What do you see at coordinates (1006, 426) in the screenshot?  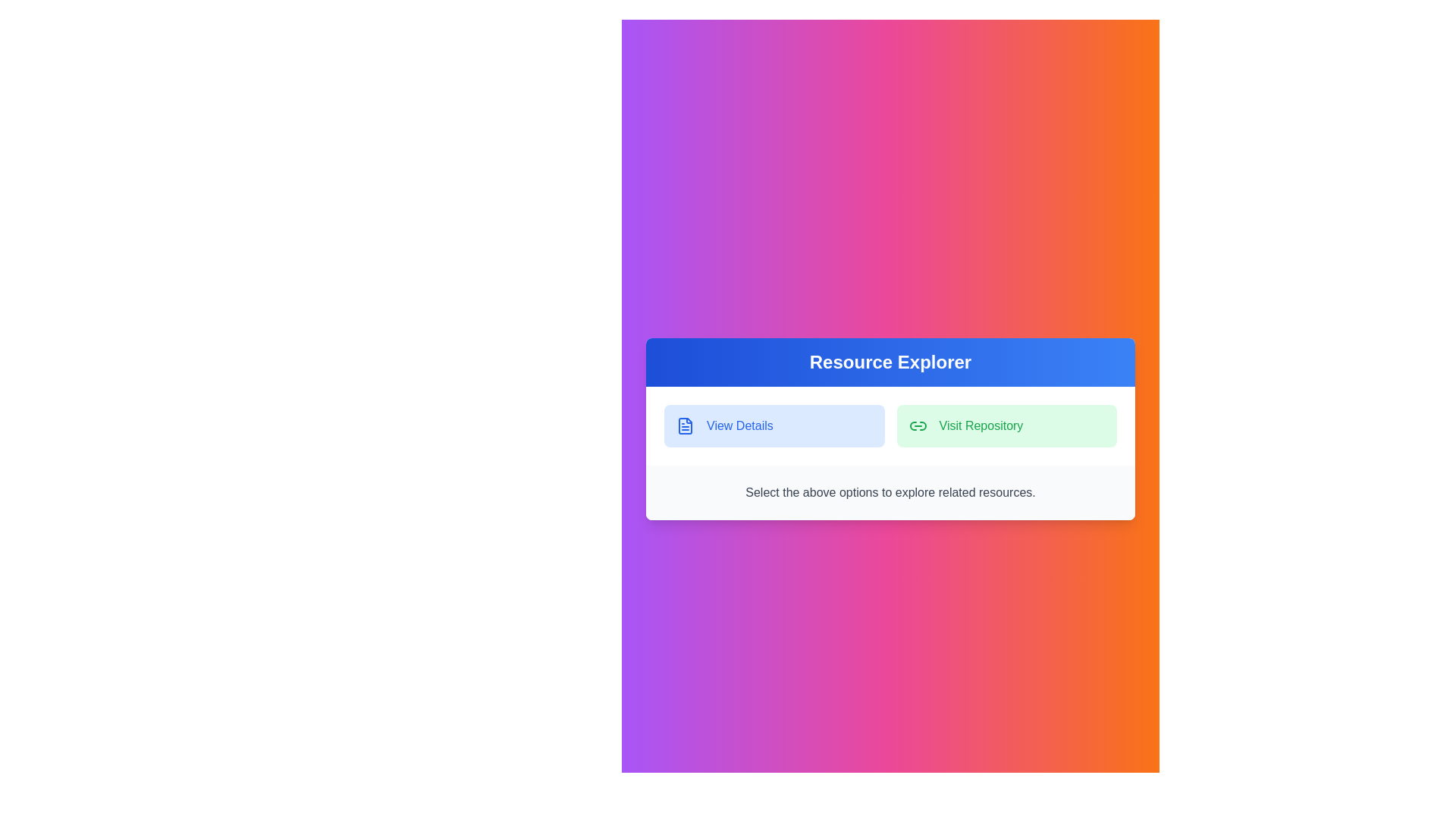 I see `the button with a green background labeled 'Visit Repository'` at bounding box center [1006, 426].